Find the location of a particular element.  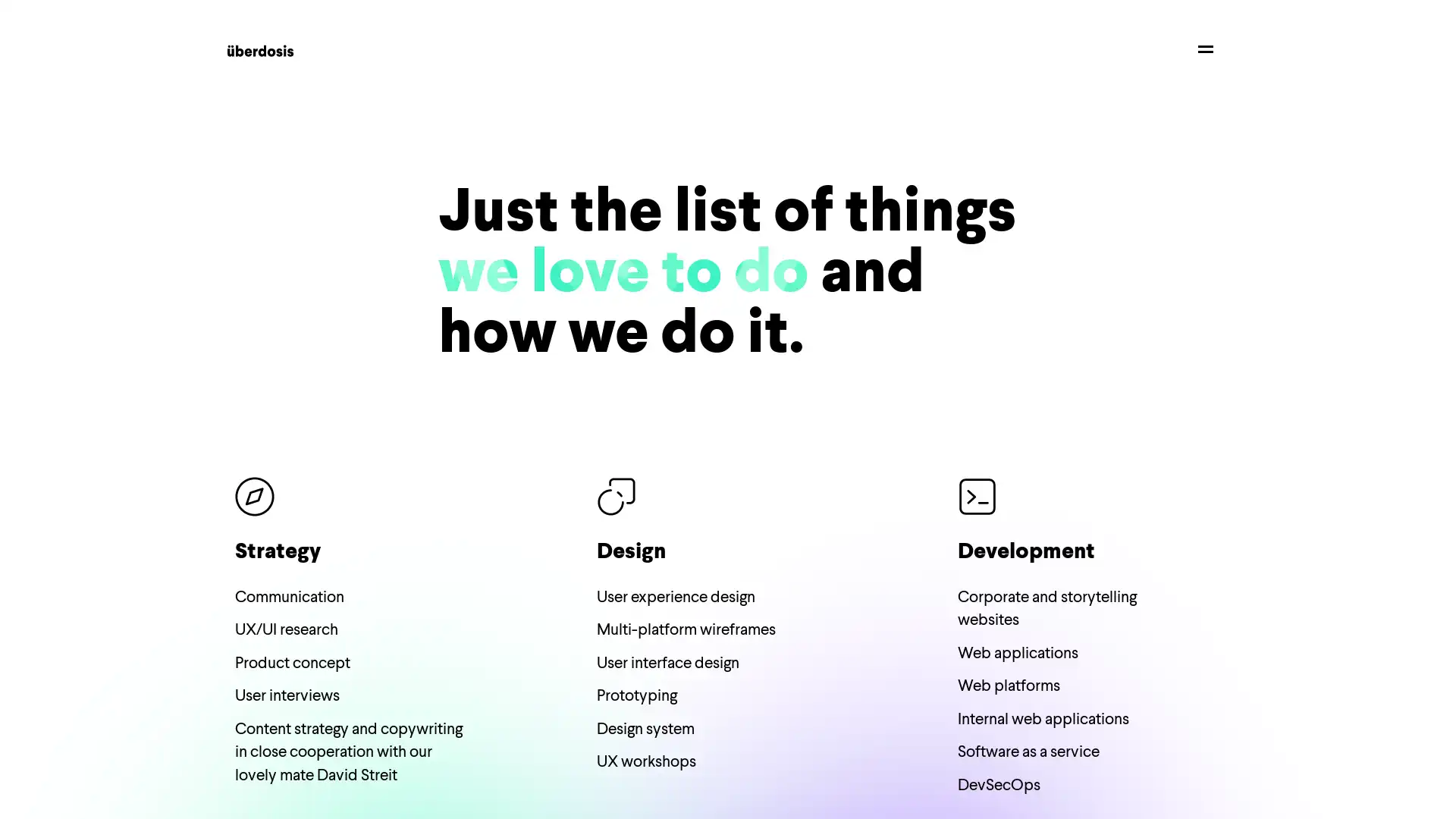

Open menu is located at coordinates (1204, 48).